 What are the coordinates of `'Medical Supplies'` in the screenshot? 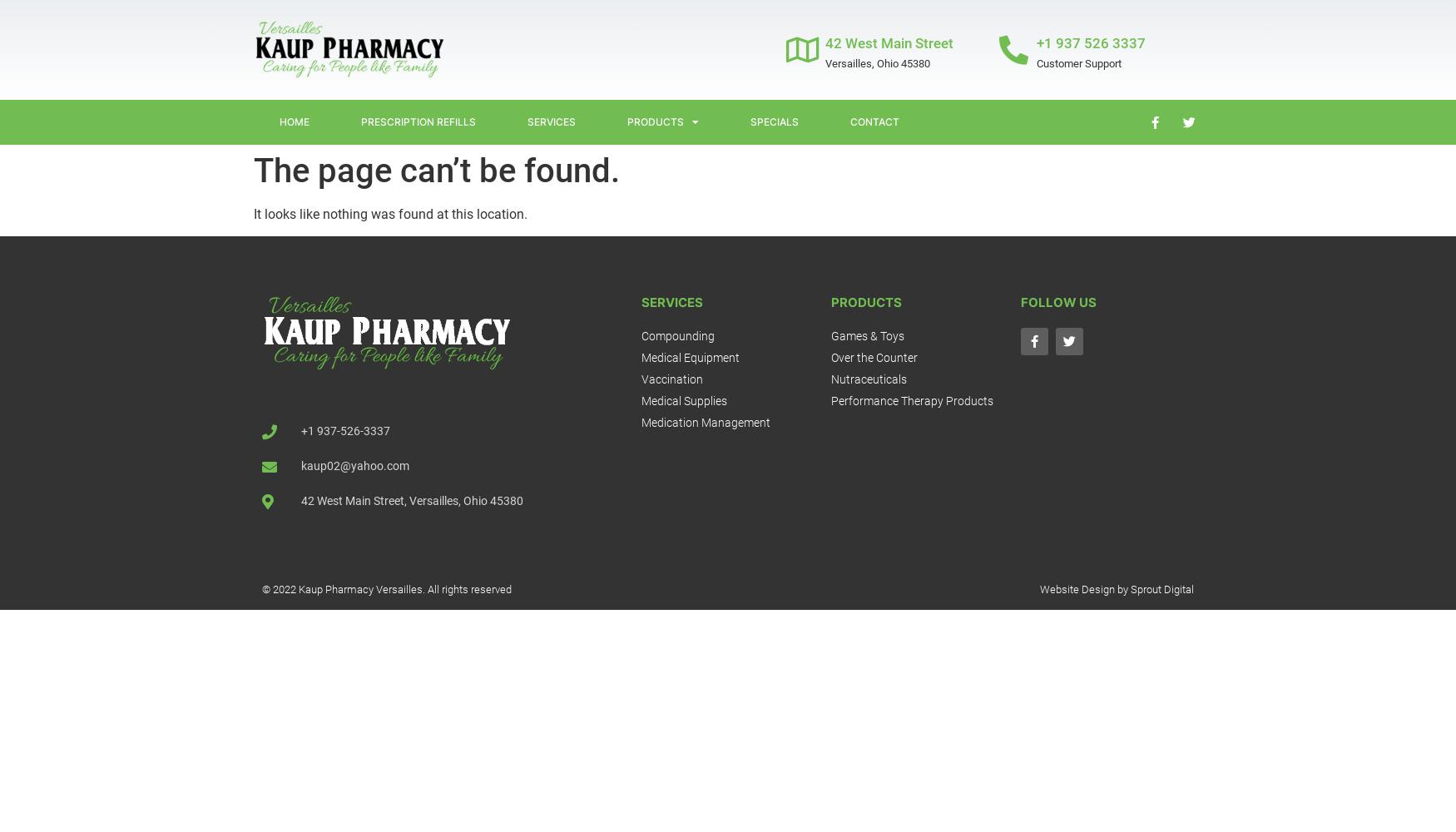 It's located at (641, 400).